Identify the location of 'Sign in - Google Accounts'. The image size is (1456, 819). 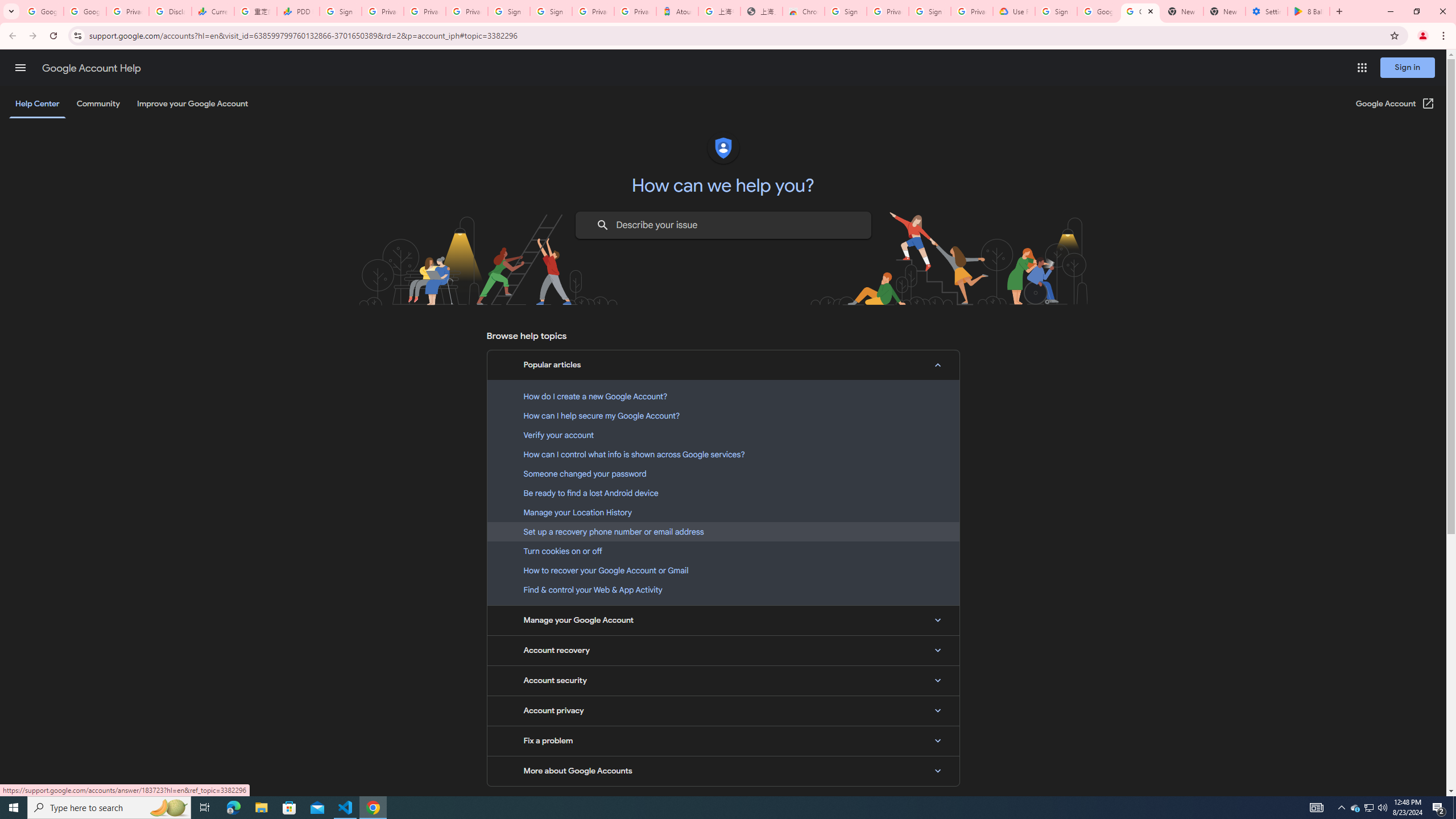
(510, 11).